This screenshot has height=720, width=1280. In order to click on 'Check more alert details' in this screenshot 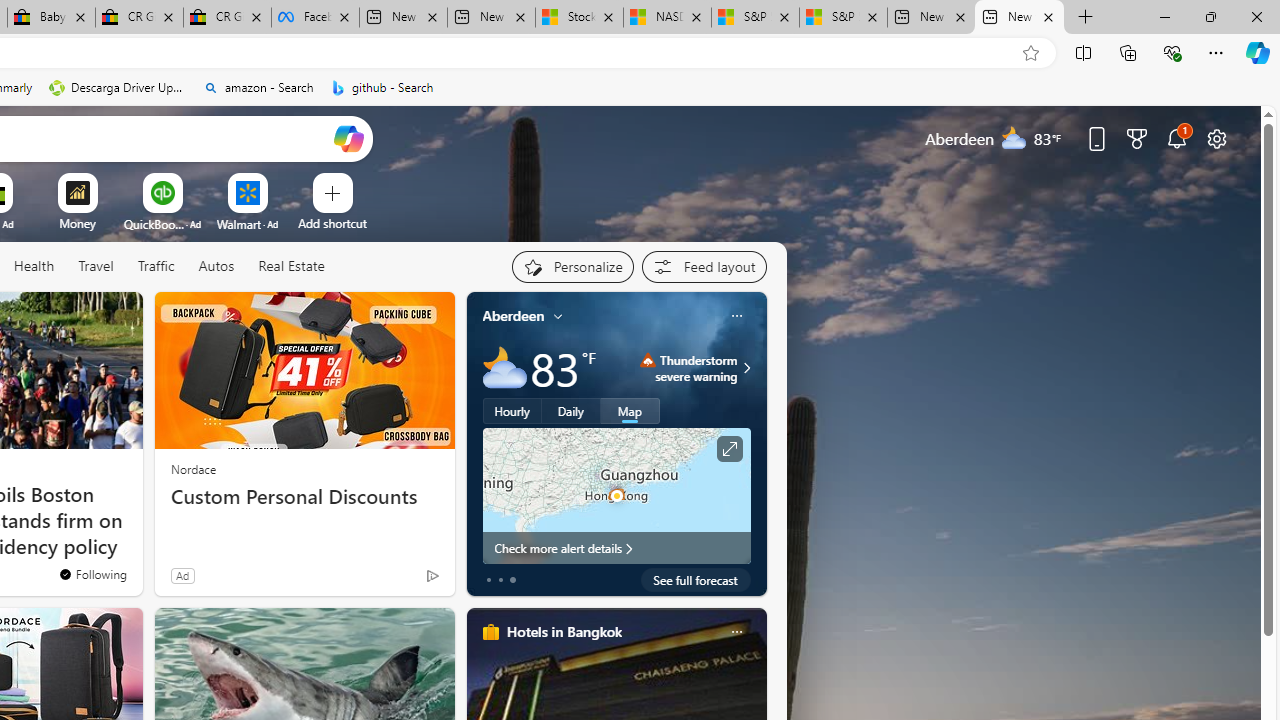, I will do `click(615, 547)`.